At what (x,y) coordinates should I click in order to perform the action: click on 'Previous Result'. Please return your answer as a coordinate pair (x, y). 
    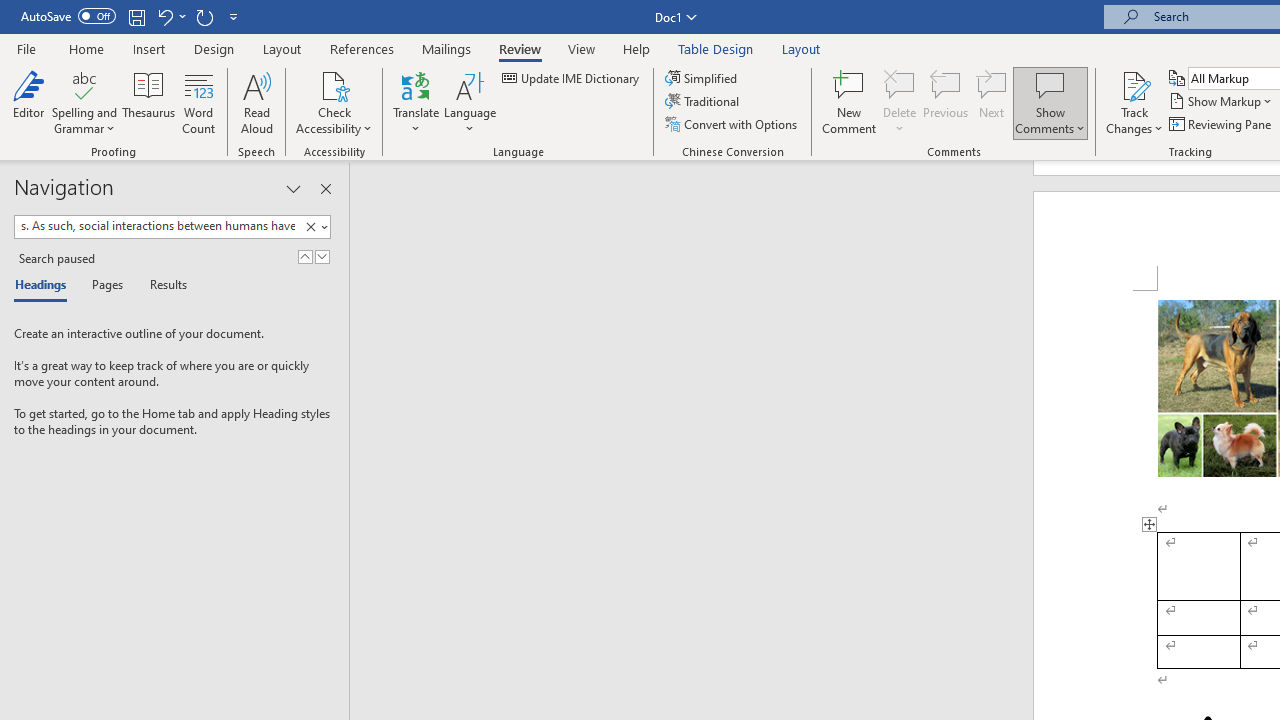
    Looking at the image, I should click on (304, 256).